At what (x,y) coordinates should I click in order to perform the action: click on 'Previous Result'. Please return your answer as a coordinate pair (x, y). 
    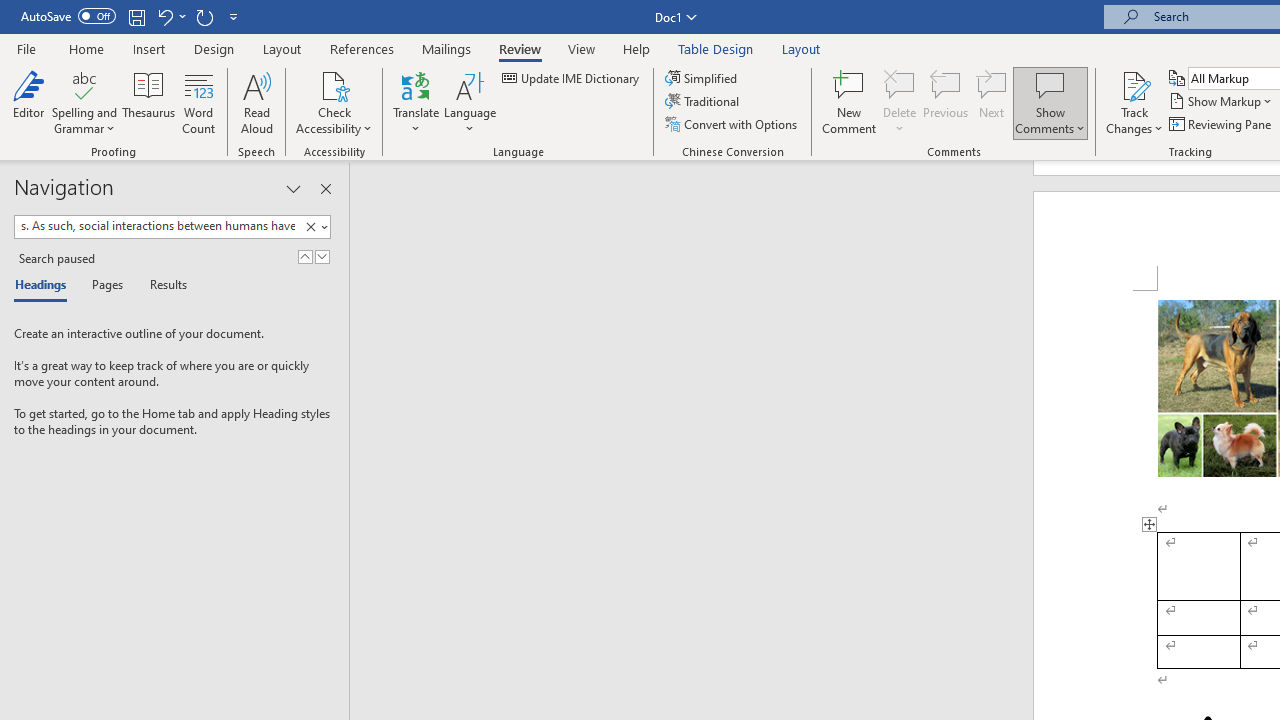
    Looking at the image, I should click on (304, 256).